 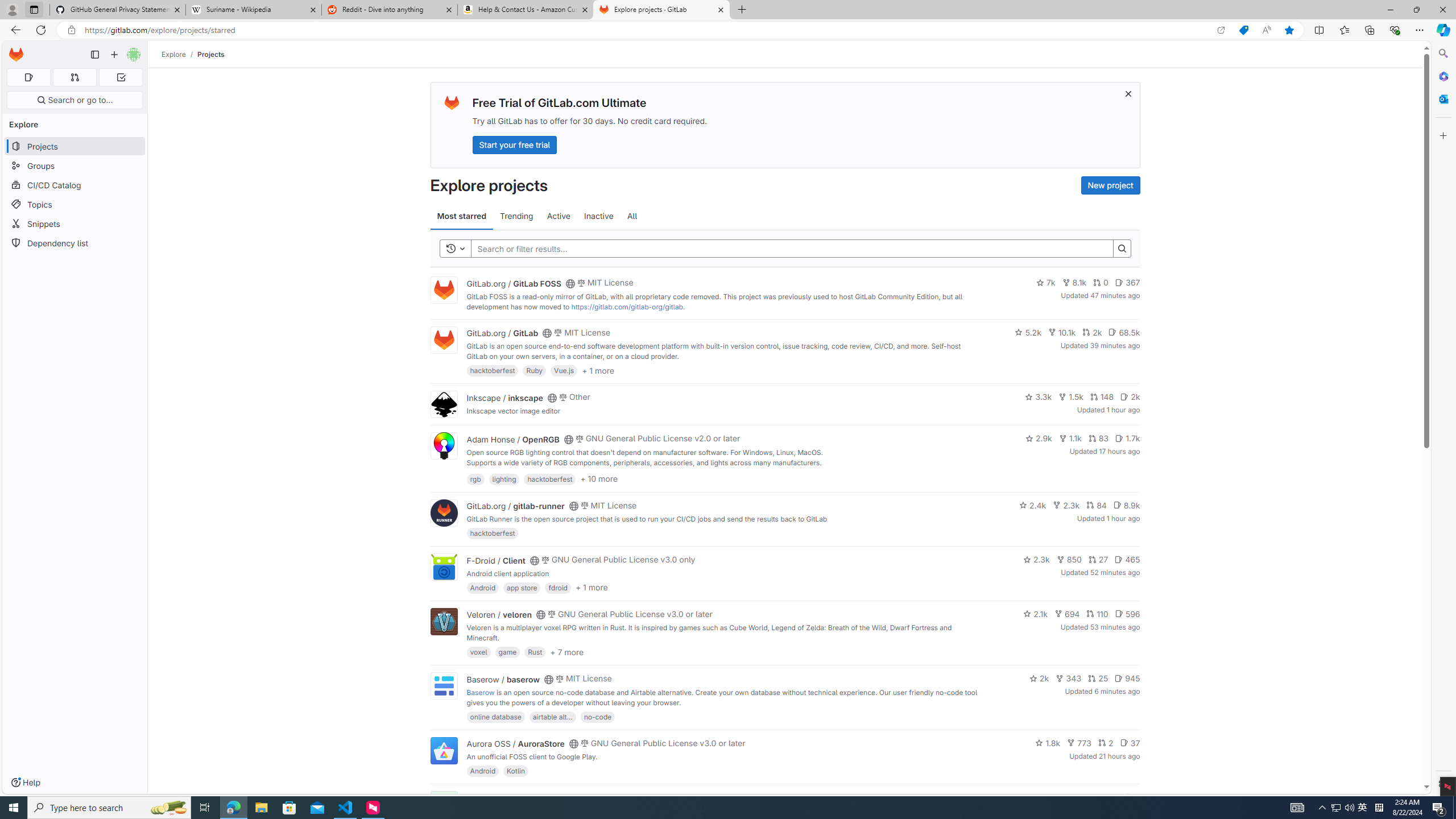 What do you see at coordinates (516, 216) in the screenshot?
I see `'Trending'` at bounding box center [516, 216].